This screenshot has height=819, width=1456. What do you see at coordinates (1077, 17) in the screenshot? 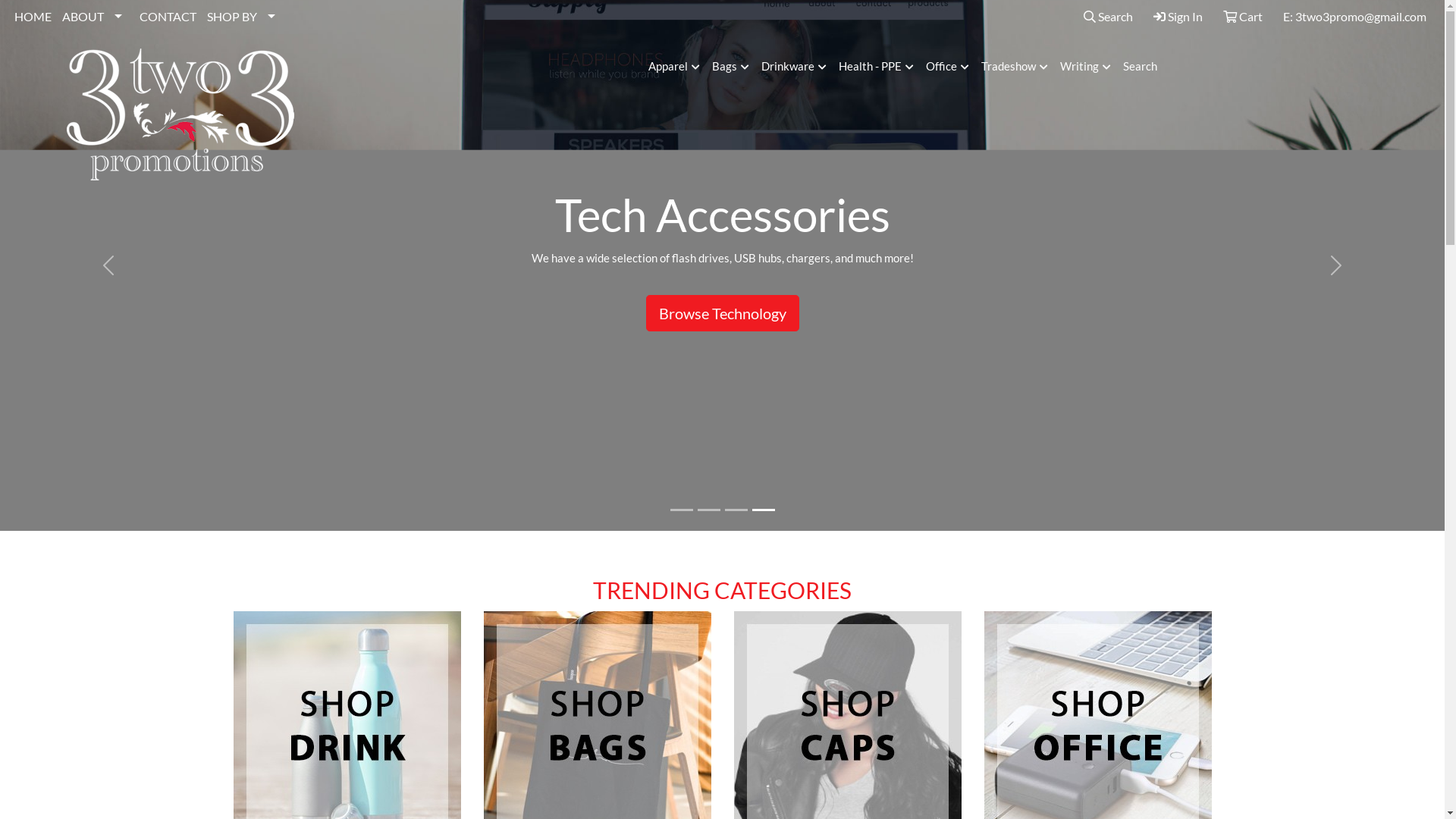
I see `'Search'` at bounding box center [1077, 17].